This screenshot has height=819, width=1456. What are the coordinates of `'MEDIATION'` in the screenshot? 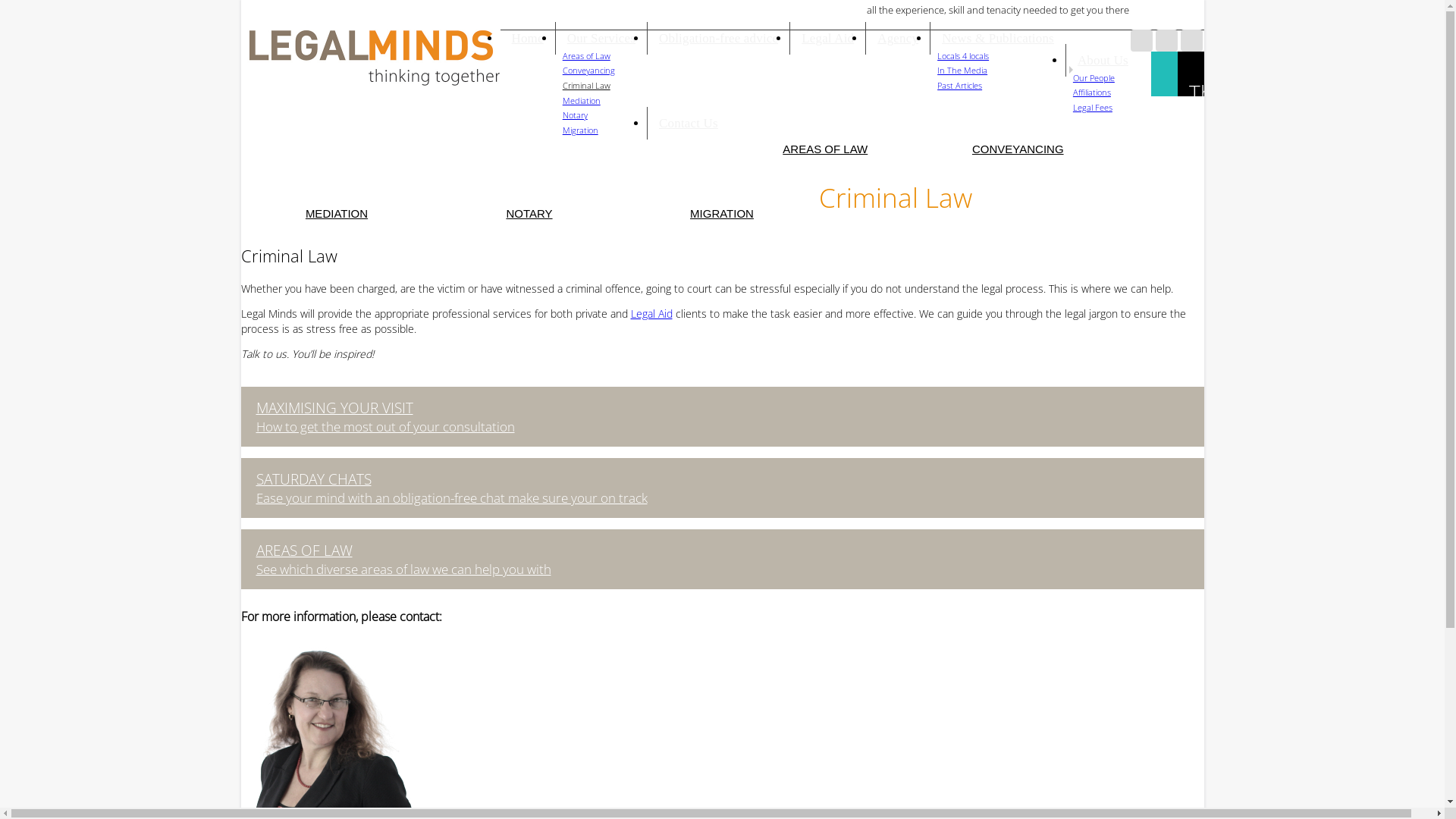 It's located at (337, 212).